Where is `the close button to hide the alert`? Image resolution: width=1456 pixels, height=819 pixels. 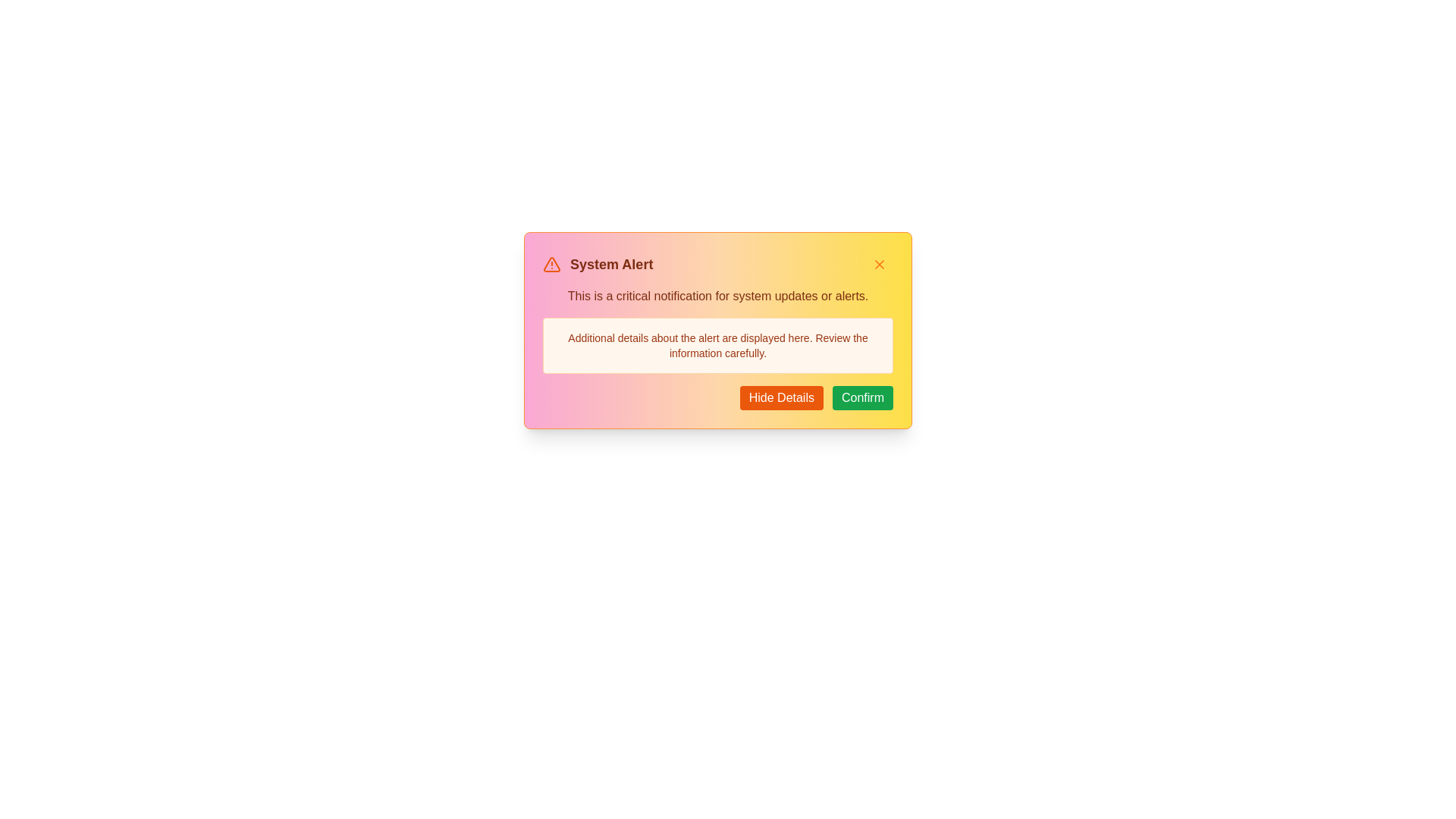 the close button to hide the alert is located at coordinates (880, 263).